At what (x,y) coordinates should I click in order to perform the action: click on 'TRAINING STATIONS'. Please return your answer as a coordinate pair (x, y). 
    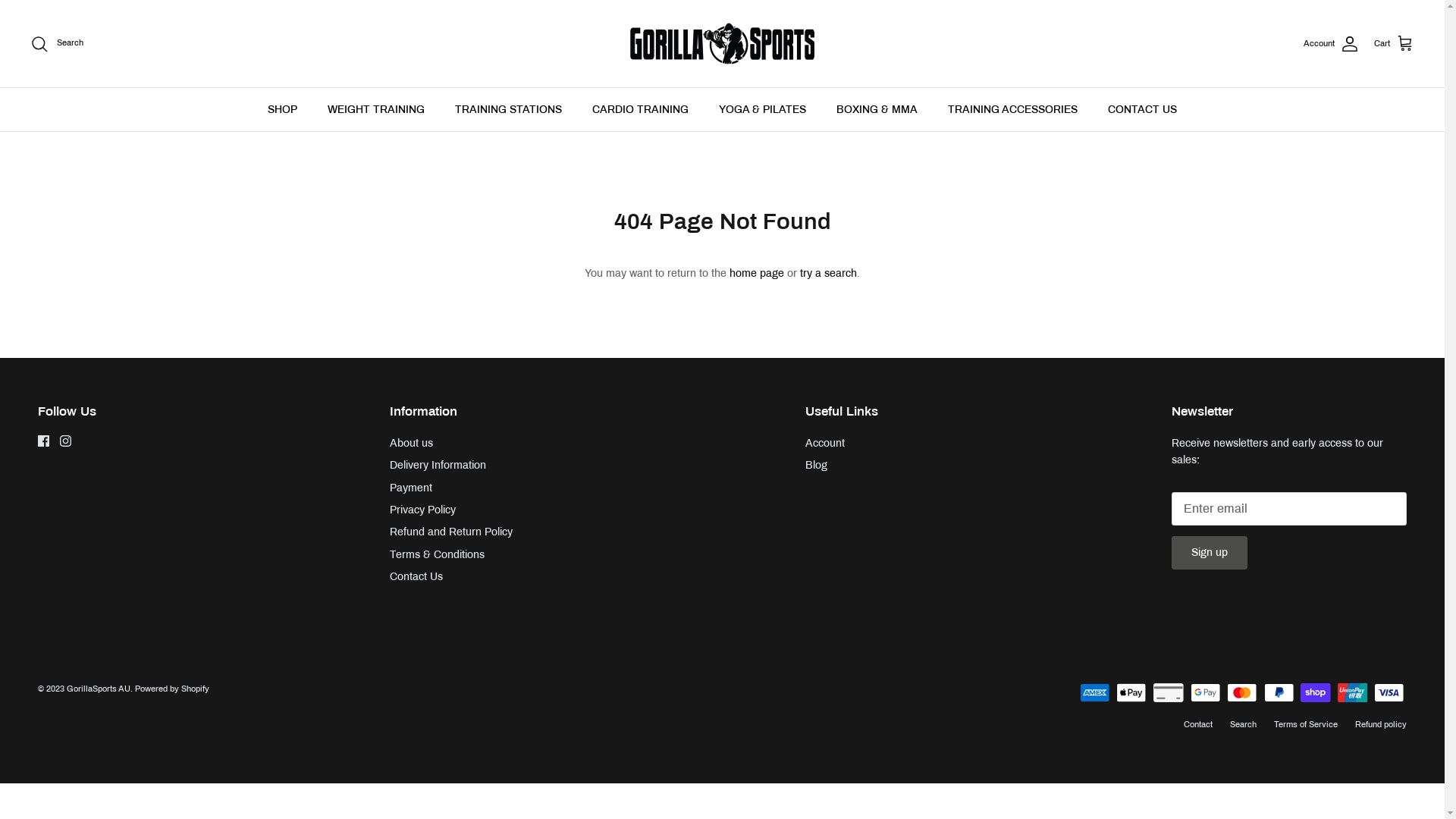
    Looking at the image, I should click on (440, 108).